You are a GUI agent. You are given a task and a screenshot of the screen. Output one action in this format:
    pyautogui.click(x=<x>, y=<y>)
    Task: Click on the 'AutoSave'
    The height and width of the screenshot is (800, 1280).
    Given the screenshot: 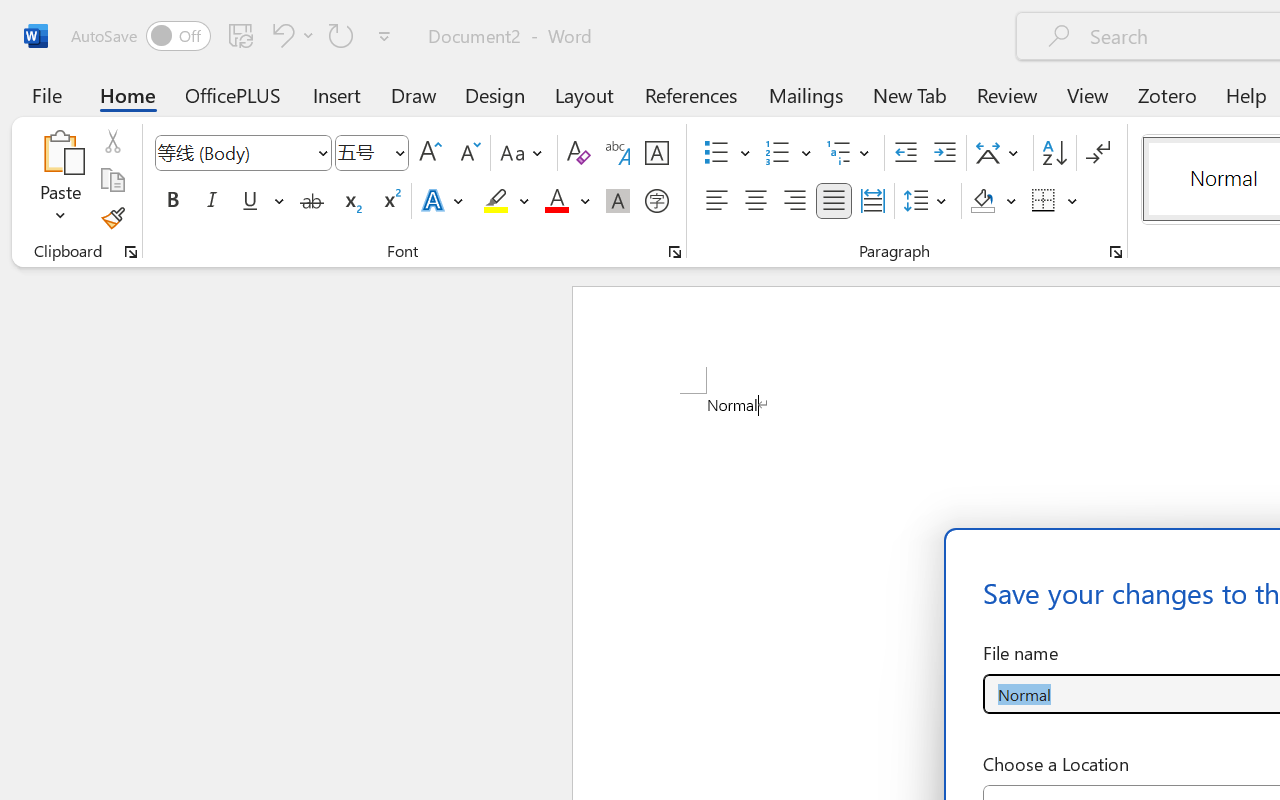 What is the action you would take?
    pyautogui.click(x=139, y=35)
    